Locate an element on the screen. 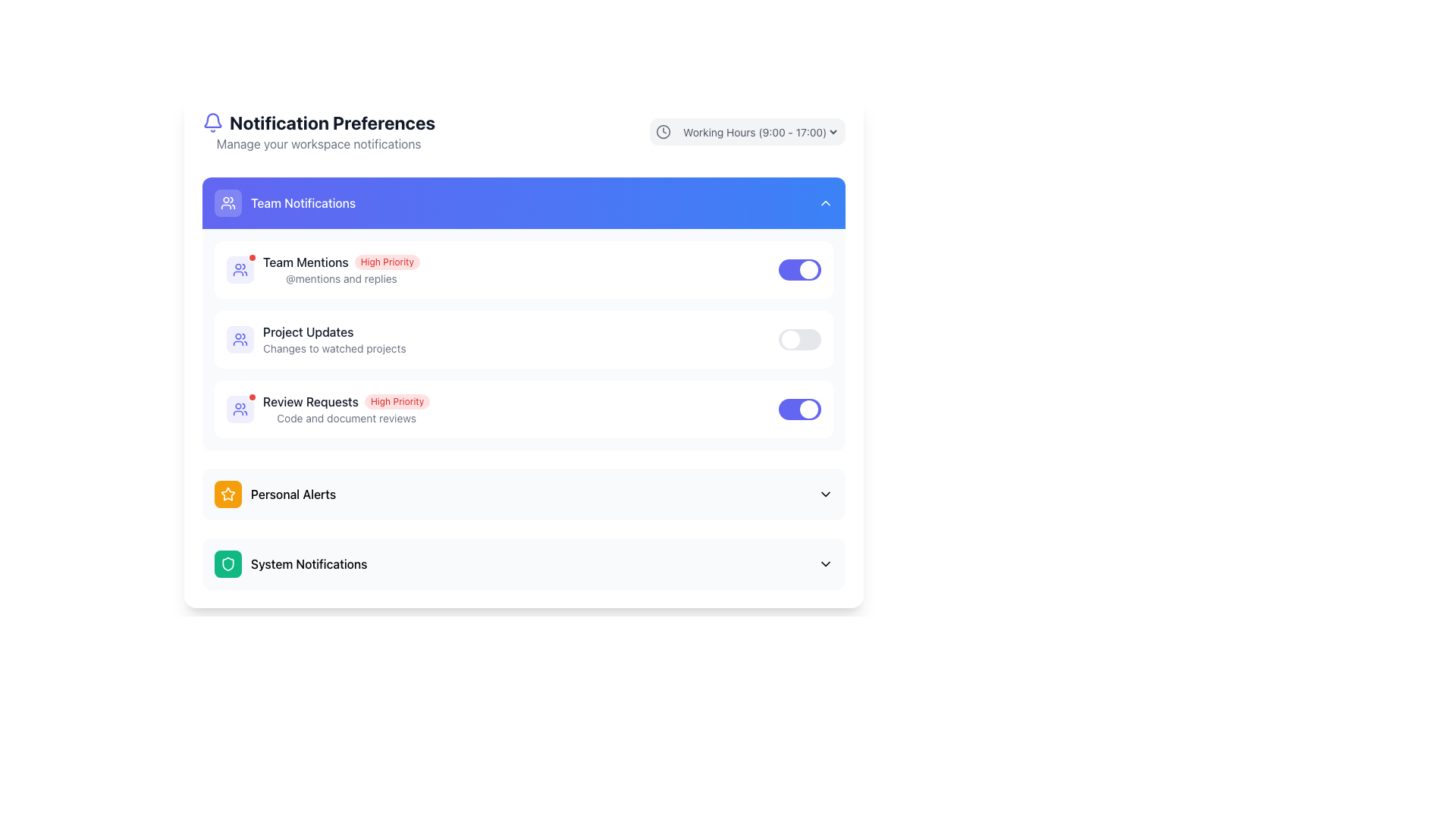 This screenshot has width=1456, height=819. the toggle switch located in the 'Team Notifications' section, specifically in the row labeled 'Team Mentions High Priority @mentions and replies' is located at coordinates (799, 268).